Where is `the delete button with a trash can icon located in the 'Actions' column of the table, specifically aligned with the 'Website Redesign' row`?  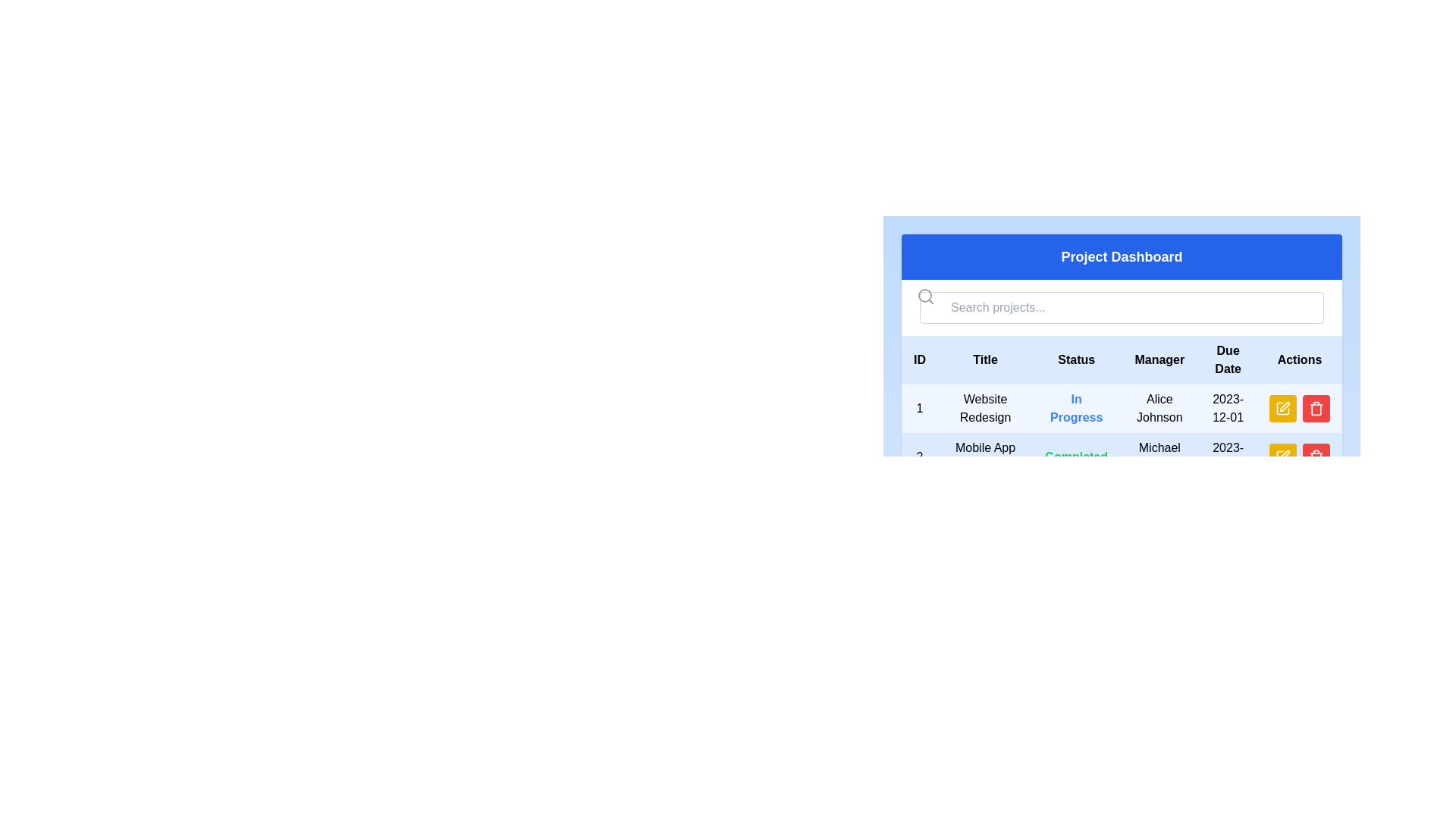 the delete button with a trash can icon located in the 'Actions' column of the table, specifically aligned with the 'Website Redesign' row is located at coordinates (1316, 408).